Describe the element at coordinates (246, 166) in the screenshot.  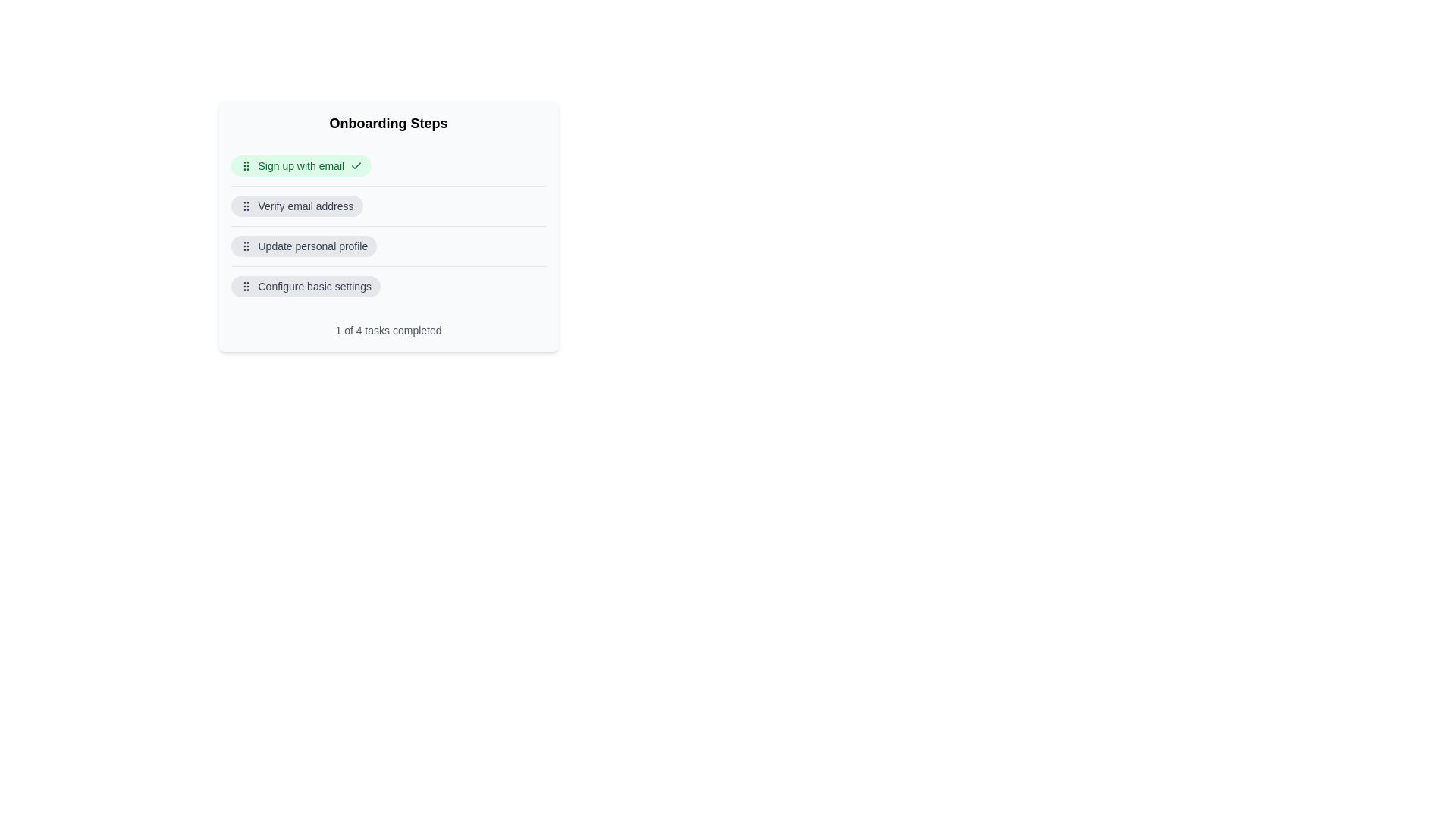
I see `the Draggable handle icon, which is a vertical grip icon consisting of two columns of three circular green dots, located to the left of the 'Sign up with email' button in the Onboarding Steps list` at that location.